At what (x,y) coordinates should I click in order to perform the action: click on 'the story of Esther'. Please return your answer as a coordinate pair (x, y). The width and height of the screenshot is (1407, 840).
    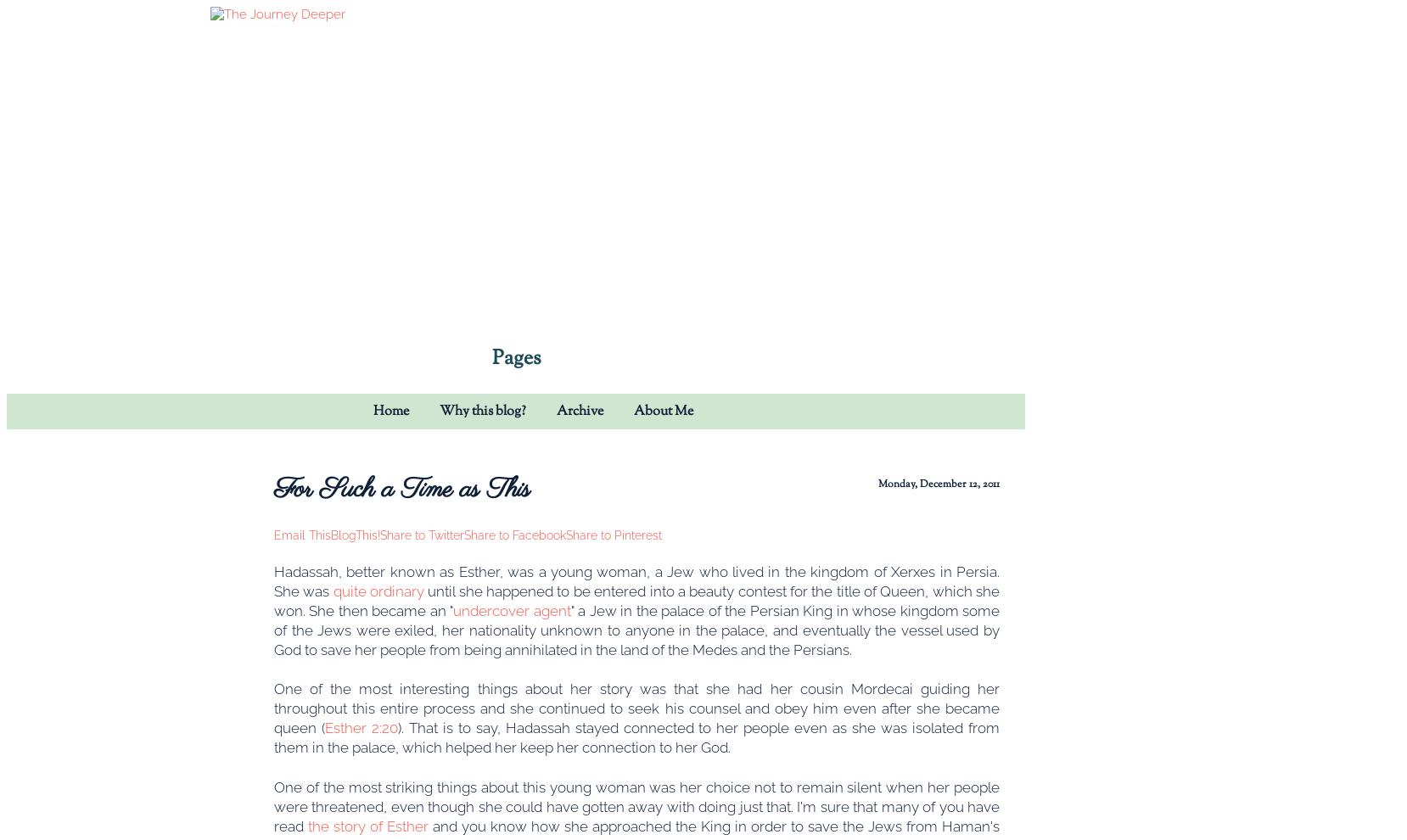
    Looking at the image, I should click on (306, 825).